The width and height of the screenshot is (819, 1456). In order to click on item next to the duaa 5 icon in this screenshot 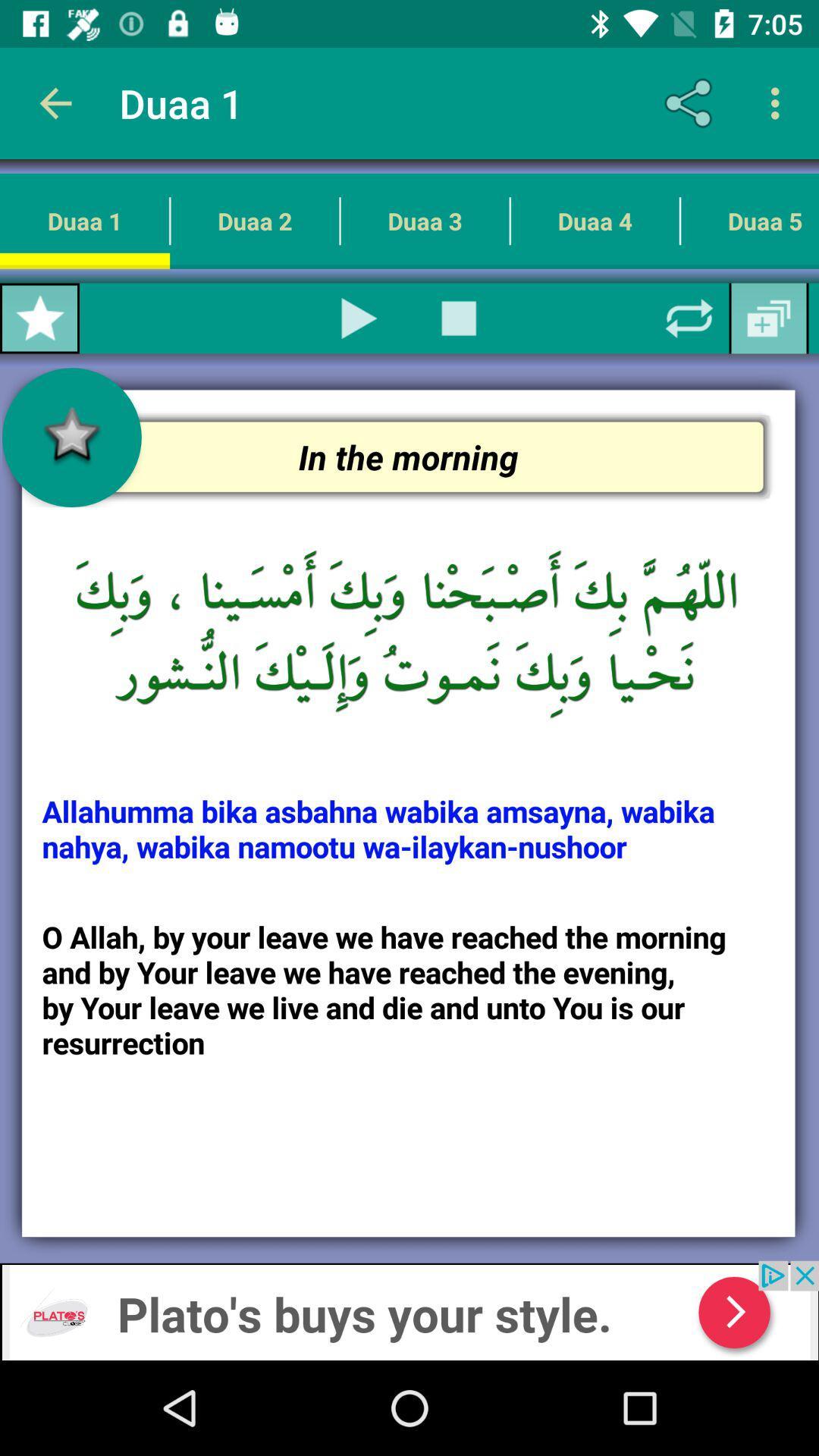, I will do `click(594, 220)`.